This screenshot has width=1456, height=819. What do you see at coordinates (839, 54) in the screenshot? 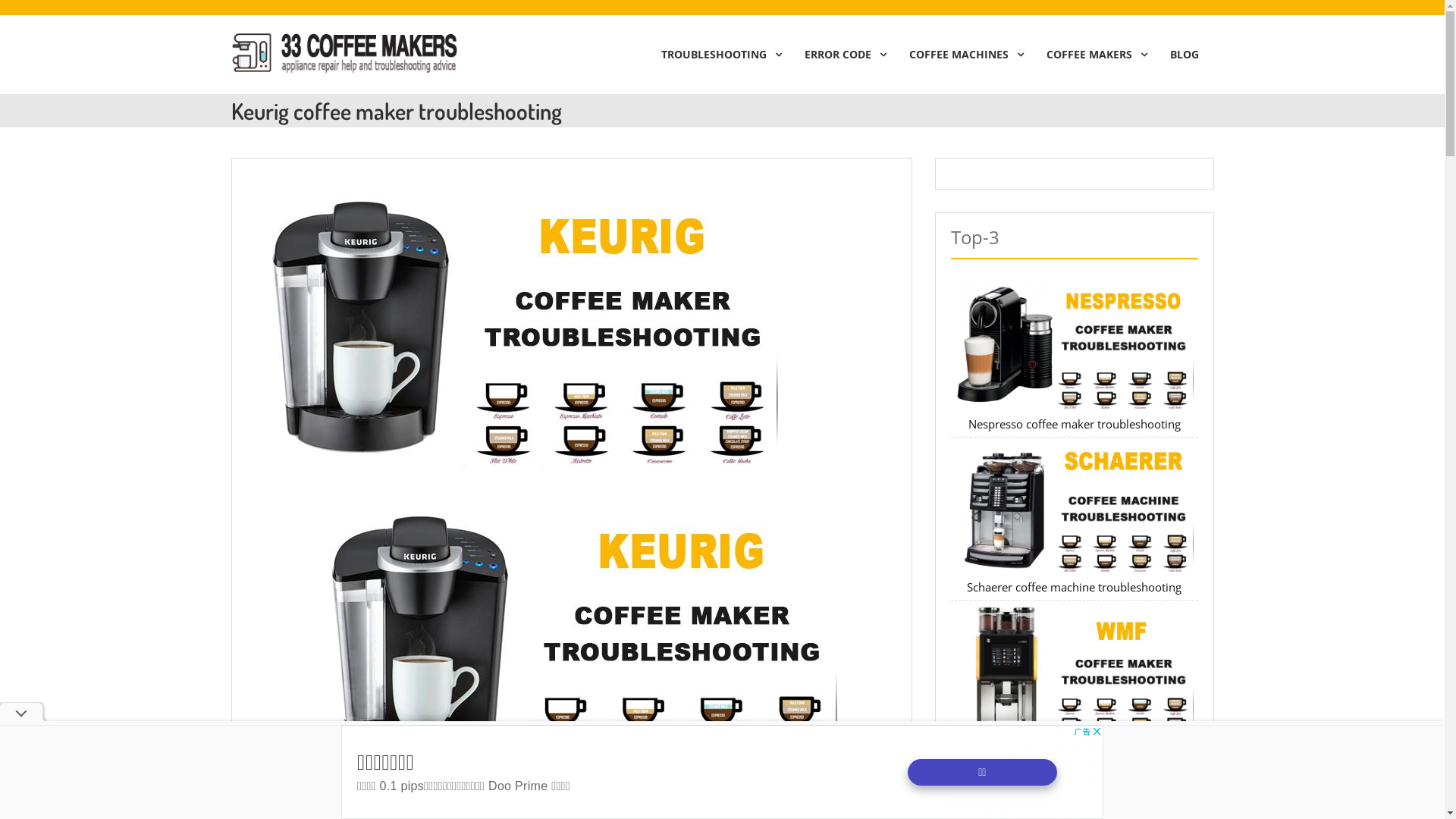
I see `'ERROR CODE'` at bounding box center [839, 54].